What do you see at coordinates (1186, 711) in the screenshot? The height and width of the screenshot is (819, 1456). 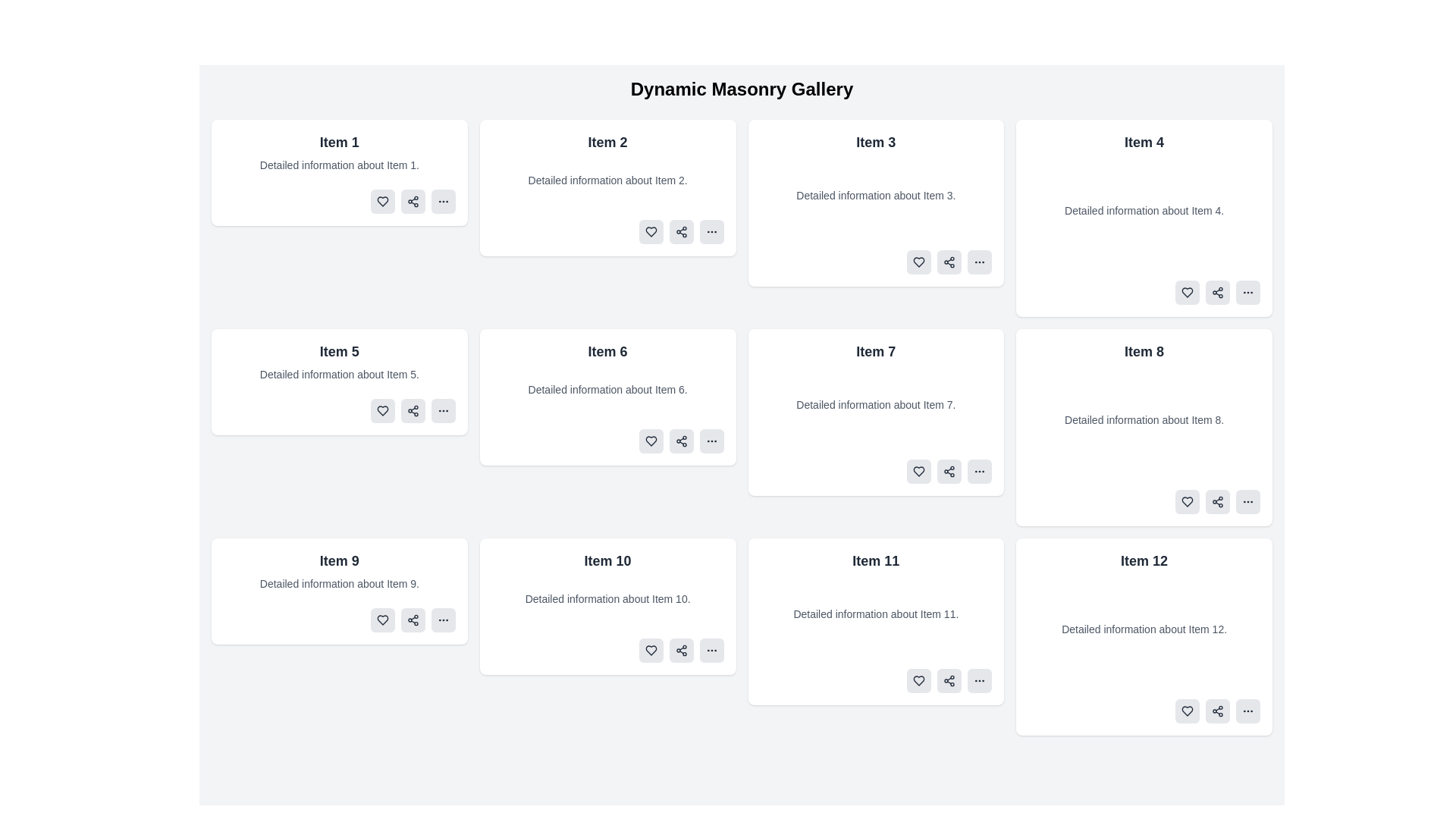 I see `the heart-shaped SVG icon located in the bottom-right corner of the 'Item 12' card, which allows users to mark the item as liked` at bounding box center [1186, 711].